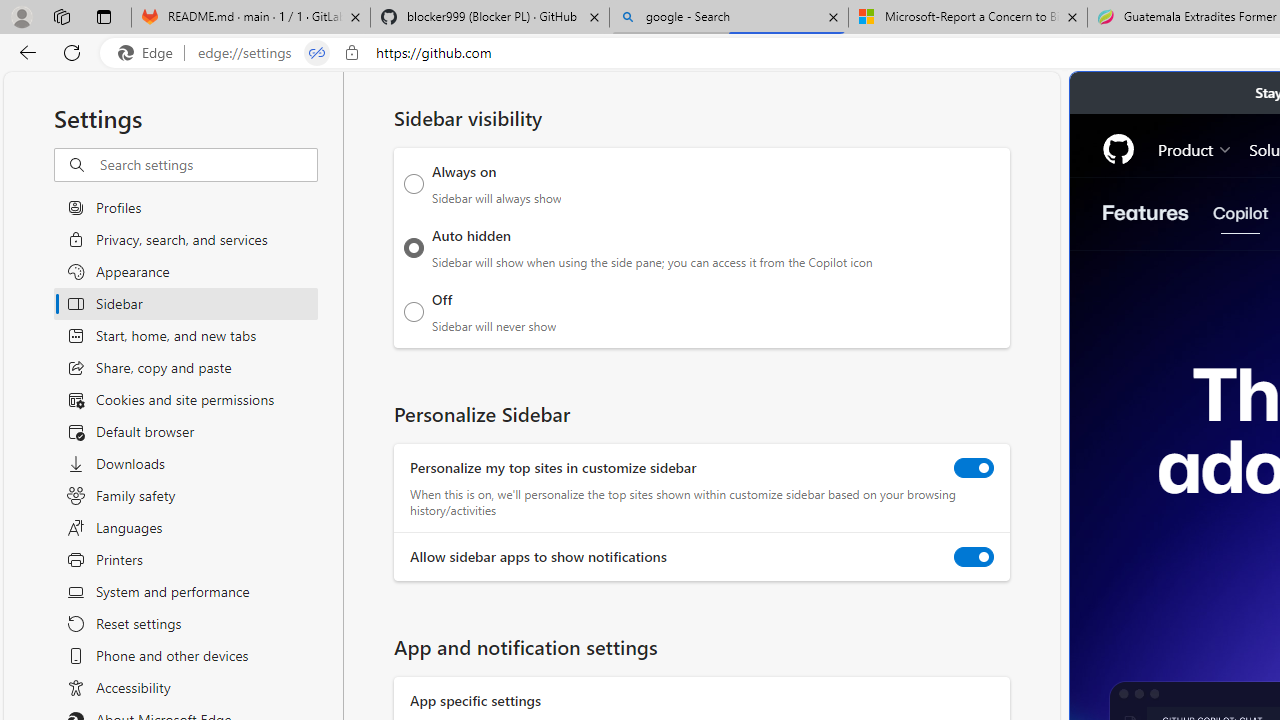 Image resolution: width=1280 pixels, height=720 pixels. I want to click on 'Copilot', so click(1239, 213).